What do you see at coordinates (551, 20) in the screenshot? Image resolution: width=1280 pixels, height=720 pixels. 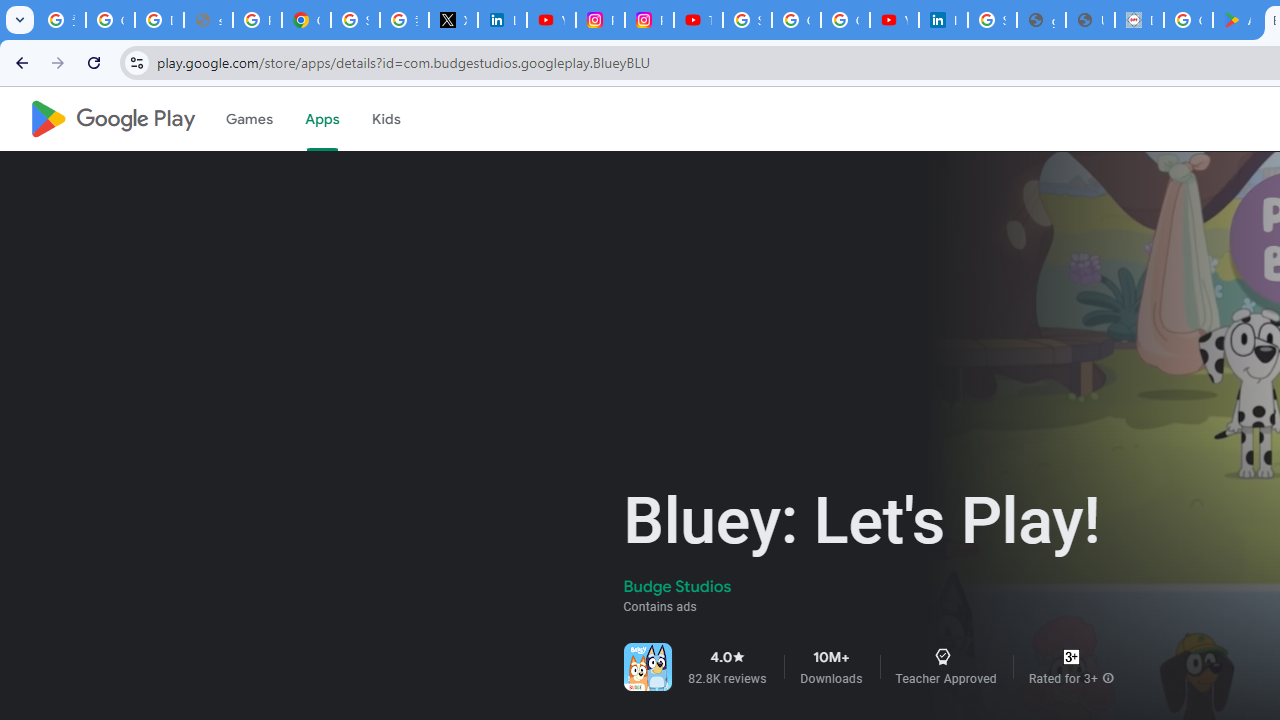 I see `'YouTube Content Monetization Policies - How YouTube Works'` at bounding box center [551, 20].